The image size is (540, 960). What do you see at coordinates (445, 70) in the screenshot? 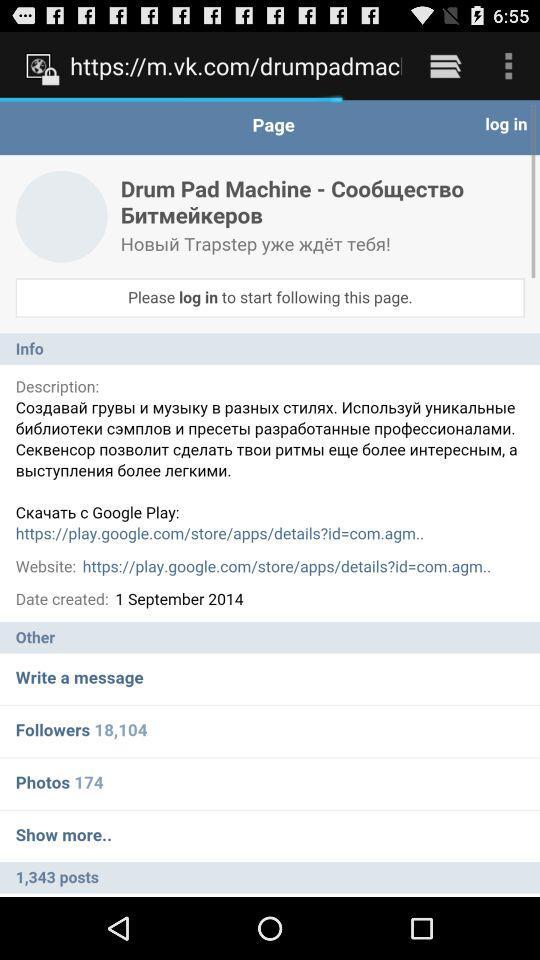
I see `the switcher icon` at bounding box center [445, 70].